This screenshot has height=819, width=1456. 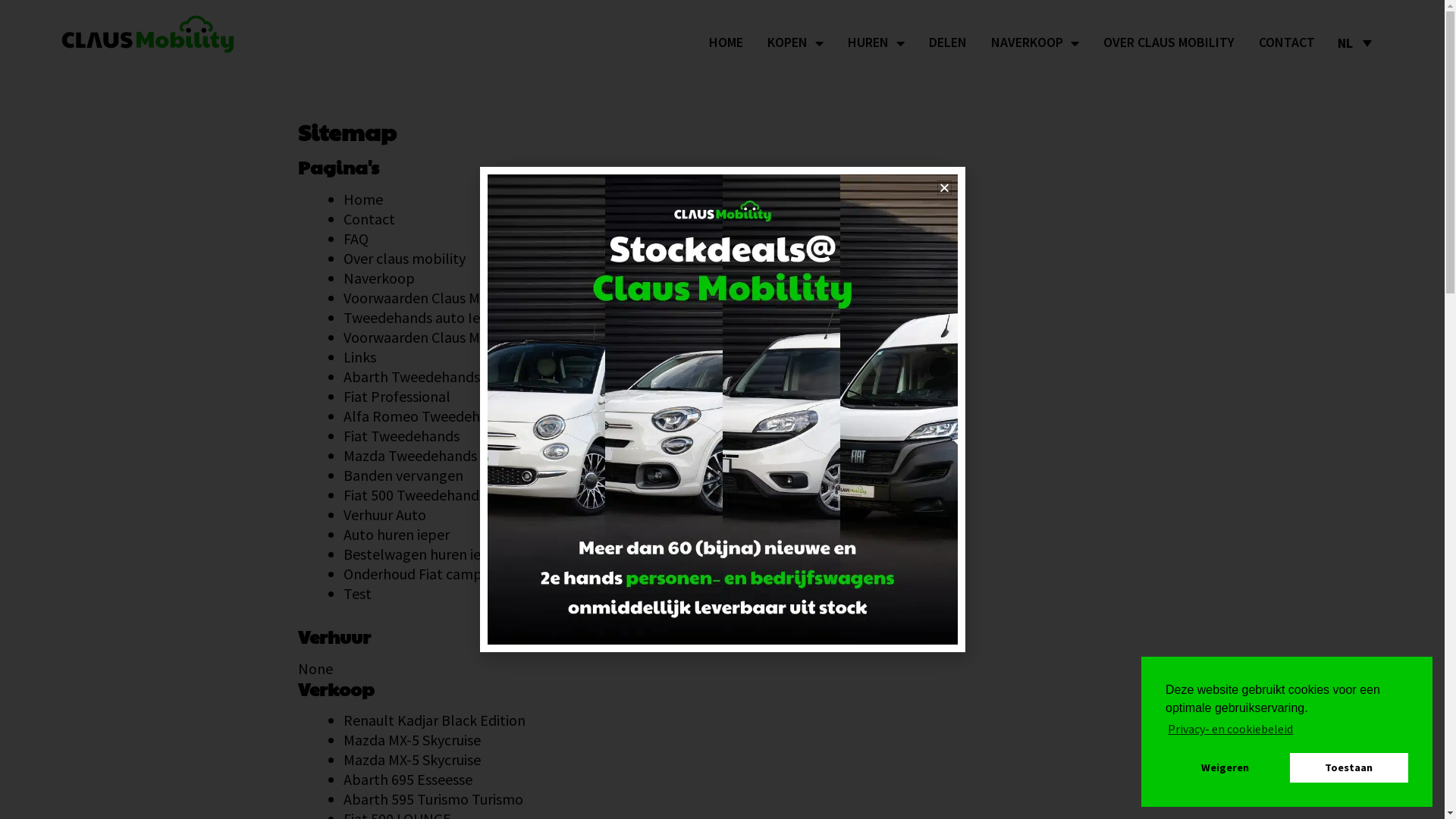 I want to click on 'Bestelwagen huren ieper', so click(x=422, y=554).